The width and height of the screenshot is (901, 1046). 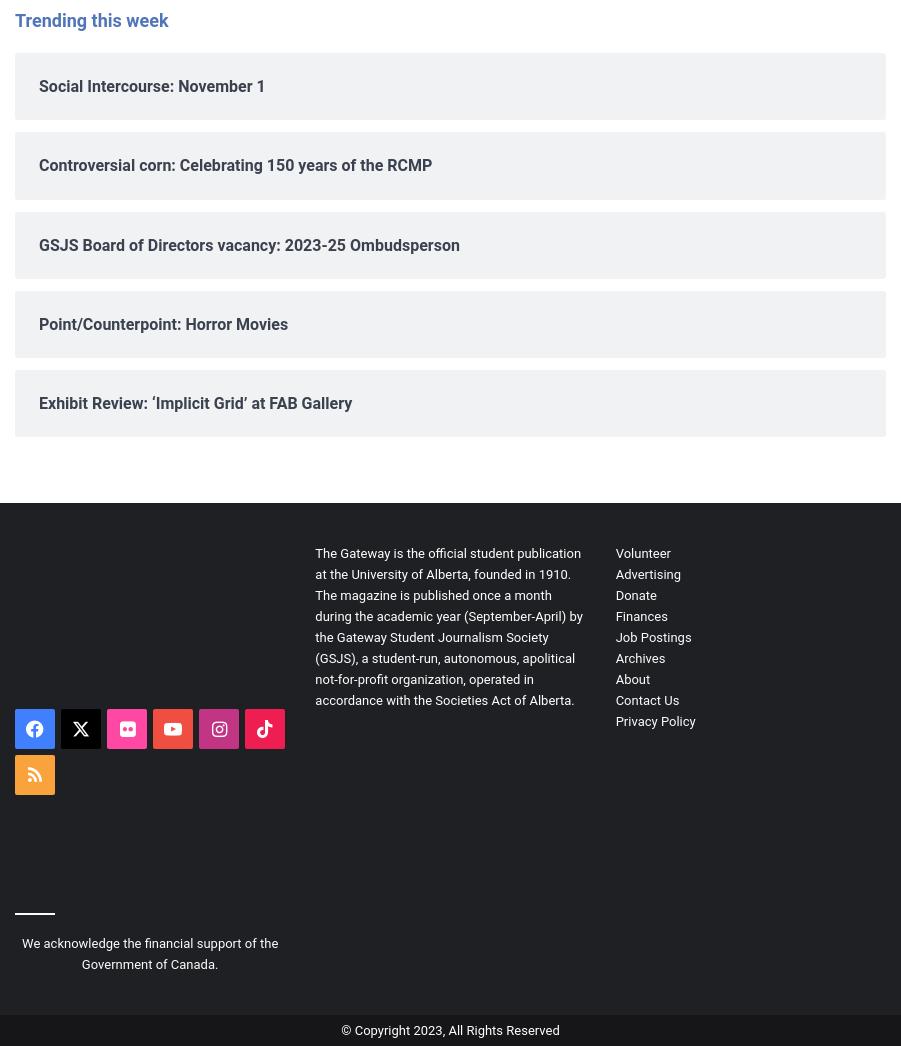 What do you see at coordinates (632, 678) in the screenshot?
I see `'About'` at bounding box center [632, 678].